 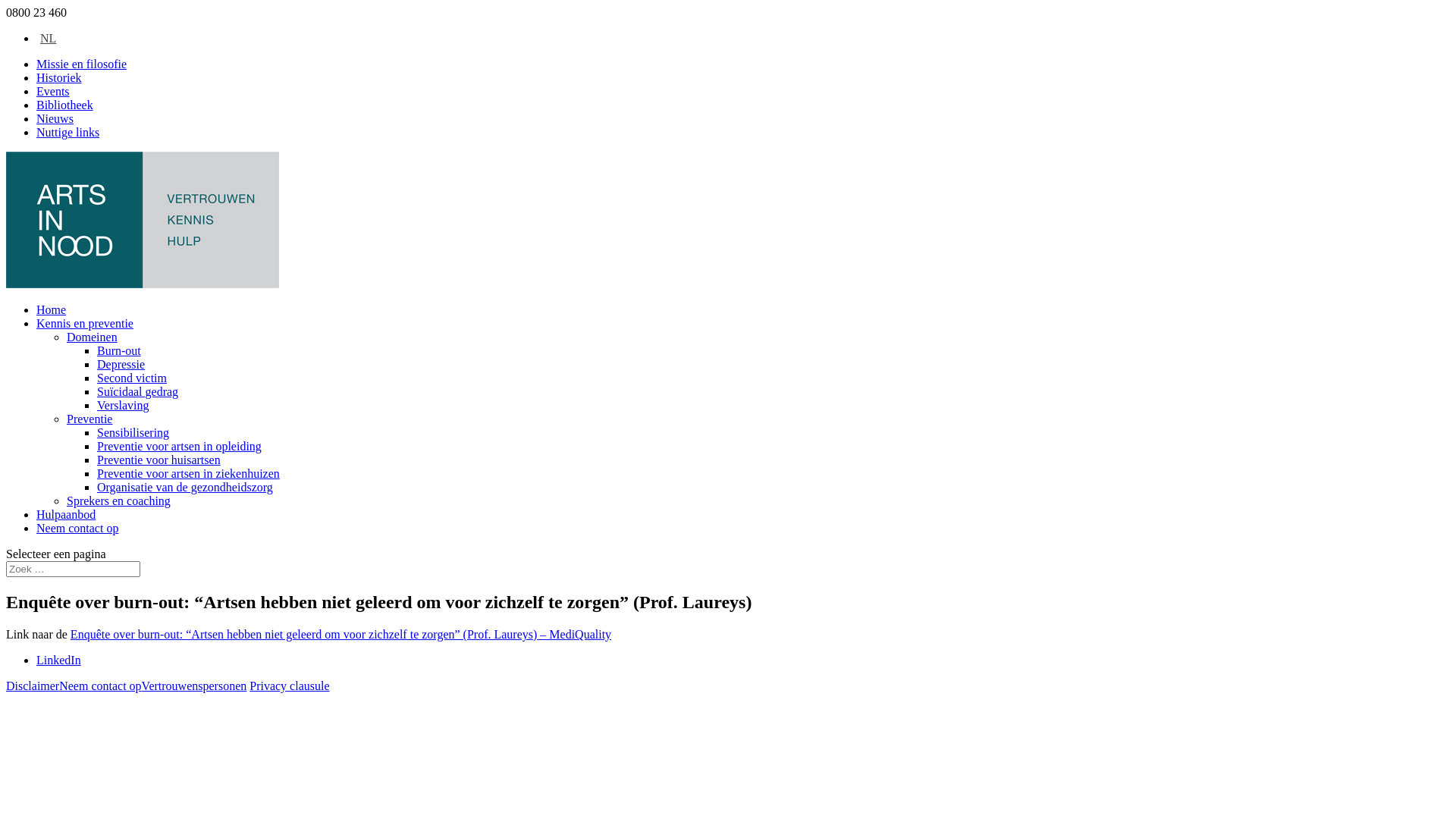 What do you see at coordinates (118, 350) in the screenshot?
I see `'Burn-out'` at bounding box center [118, 350].